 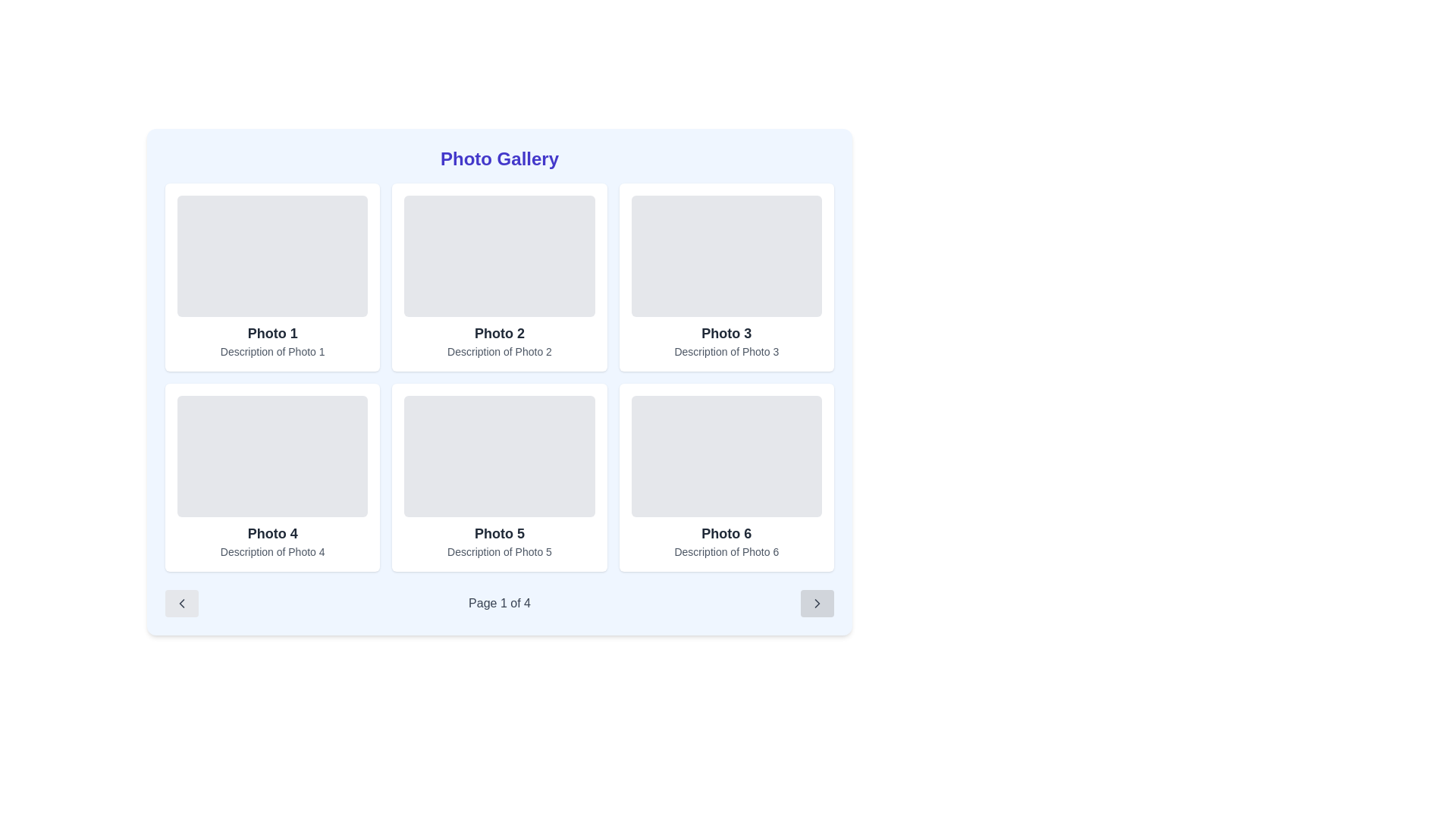 I want to click on the text label displaying 'Photo 4' in bold dark gray font, located in the bottom-left cell of a 3x2 grid, positioned within a card layout, so click(x=272, y=533).